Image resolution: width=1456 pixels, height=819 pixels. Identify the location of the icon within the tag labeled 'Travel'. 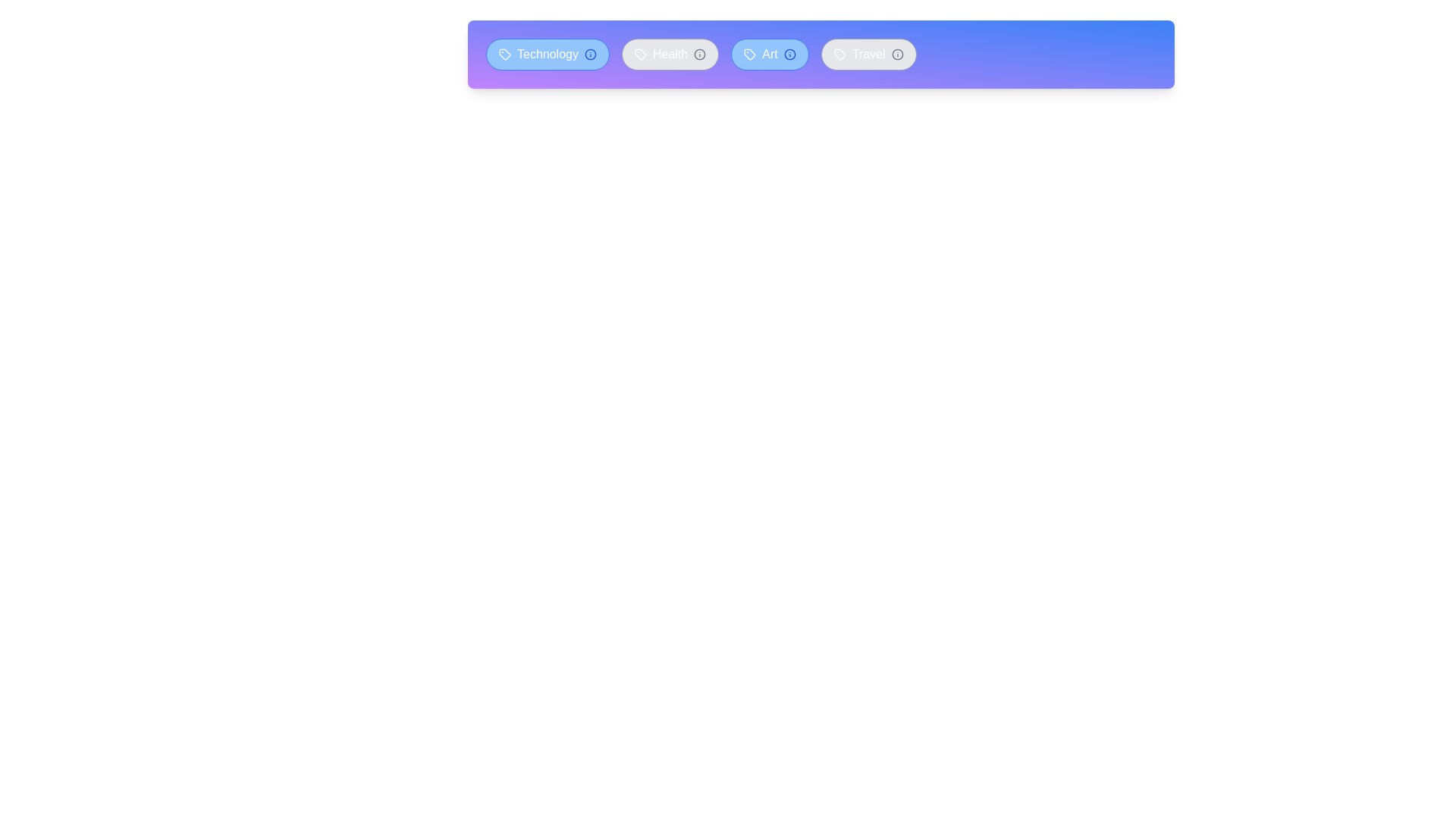
(839, 54).